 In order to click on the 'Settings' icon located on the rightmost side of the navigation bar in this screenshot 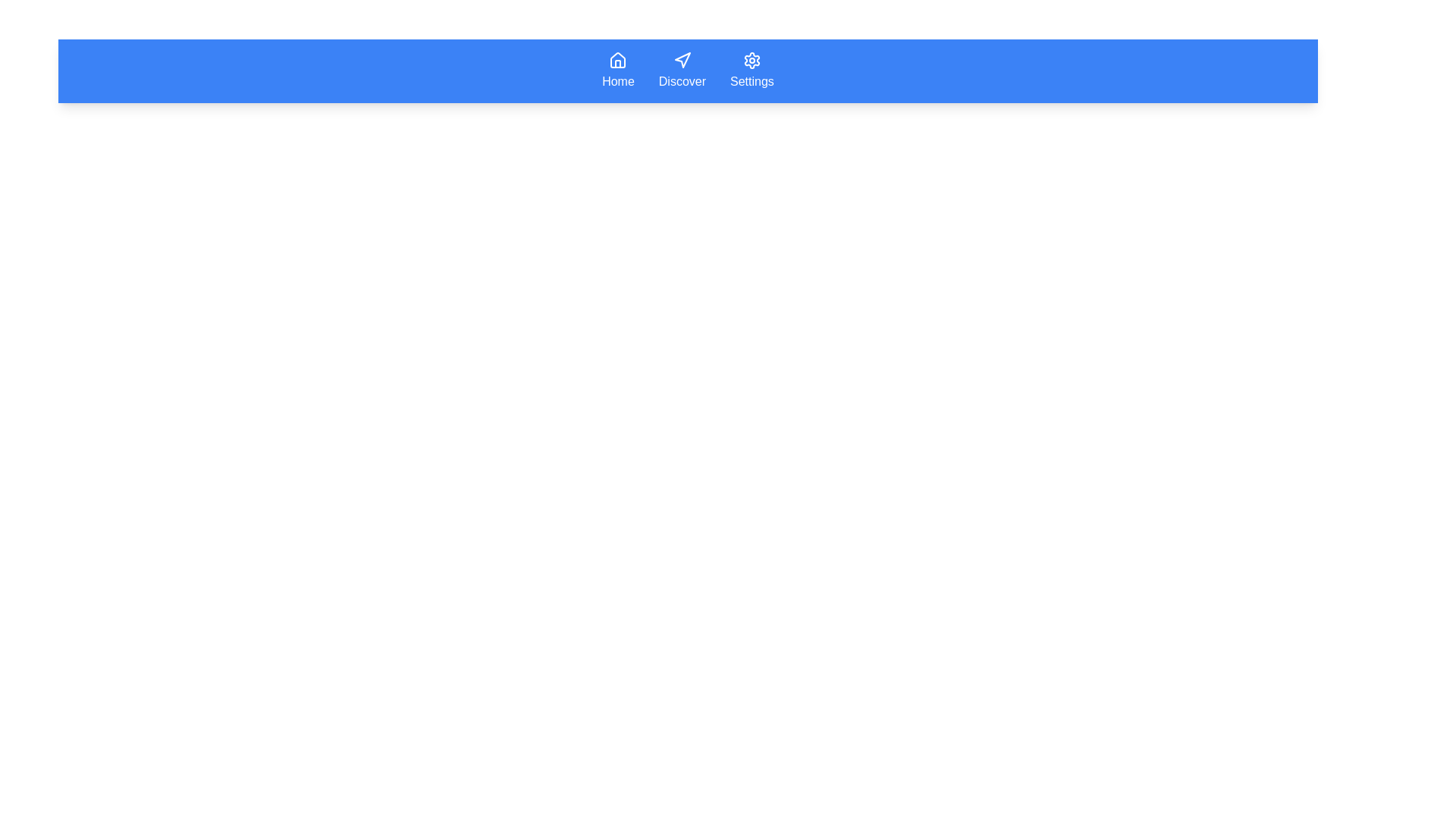, I will do `click(752, 60)`.